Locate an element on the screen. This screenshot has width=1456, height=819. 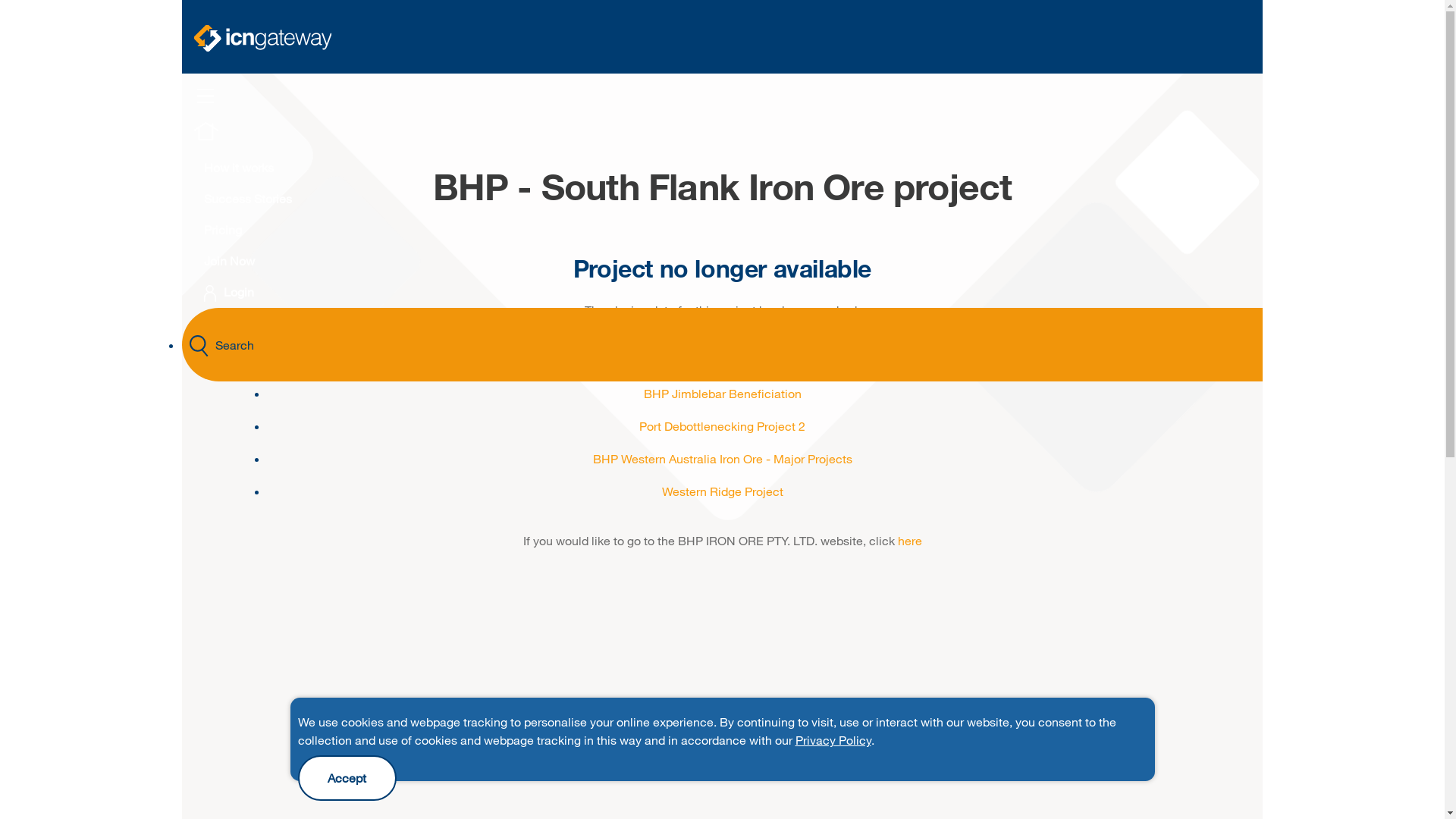
'BHP Western Australia Iron Ore - Major Projects' is located at coordinates (722, 457).